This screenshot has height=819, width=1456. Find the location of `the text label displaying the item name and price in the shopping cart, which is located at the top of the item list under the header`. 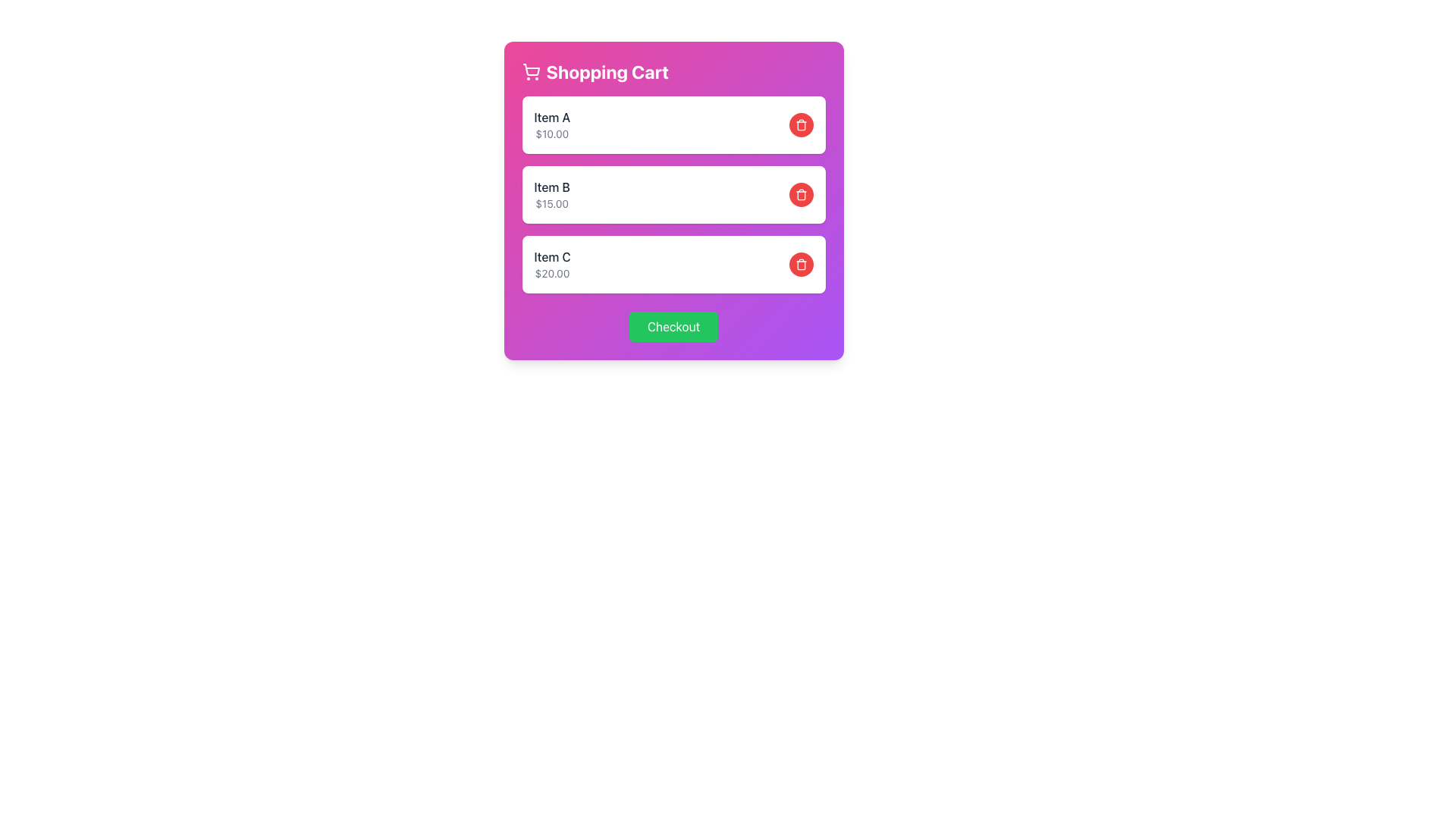

the text label displaying the item name and price in the shopping cart, which is located at the top of the item list under the header is located at coordinates (551, 124).